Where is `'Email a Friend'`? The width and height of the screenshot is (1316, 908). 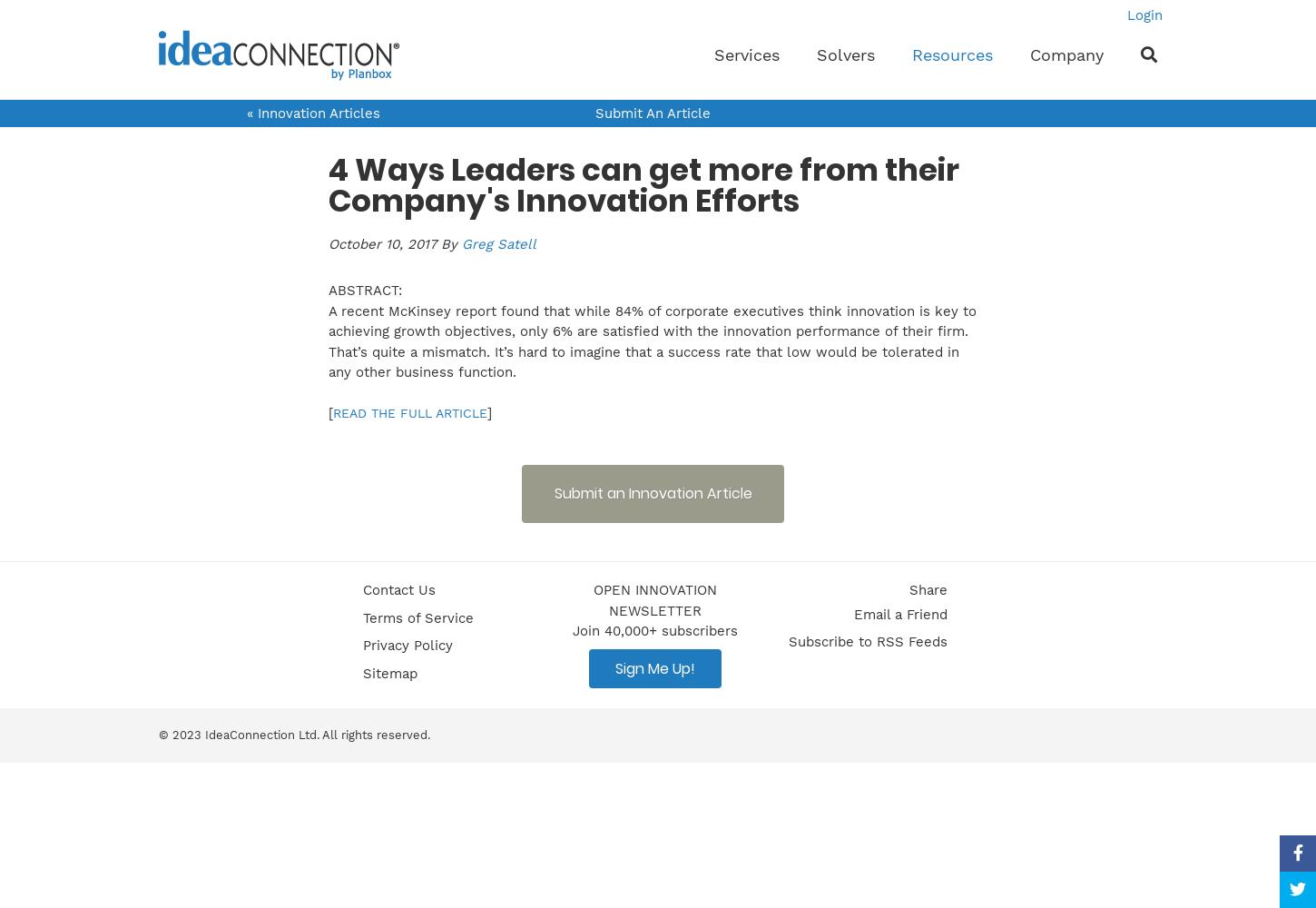 'Email a Friend' is located at coordinates (899, 614).